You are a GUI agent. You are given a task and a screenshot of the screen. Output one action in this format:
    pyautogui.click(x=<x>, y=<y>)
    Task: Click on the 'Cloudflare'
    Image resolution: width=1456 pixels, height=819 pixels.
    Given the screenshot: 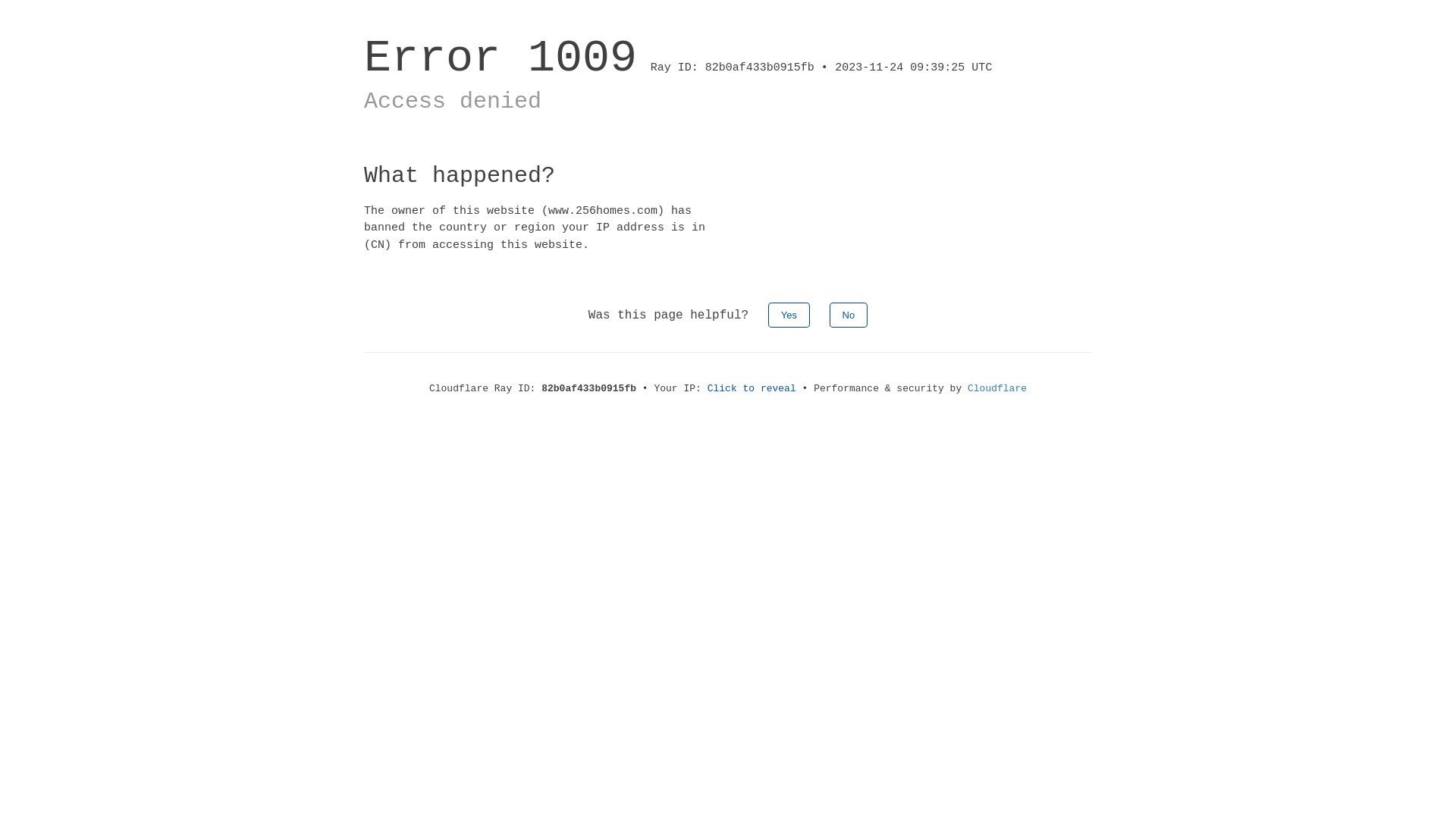 What is the action you would take?
    pyautogui.click(x=967, y=388)
    